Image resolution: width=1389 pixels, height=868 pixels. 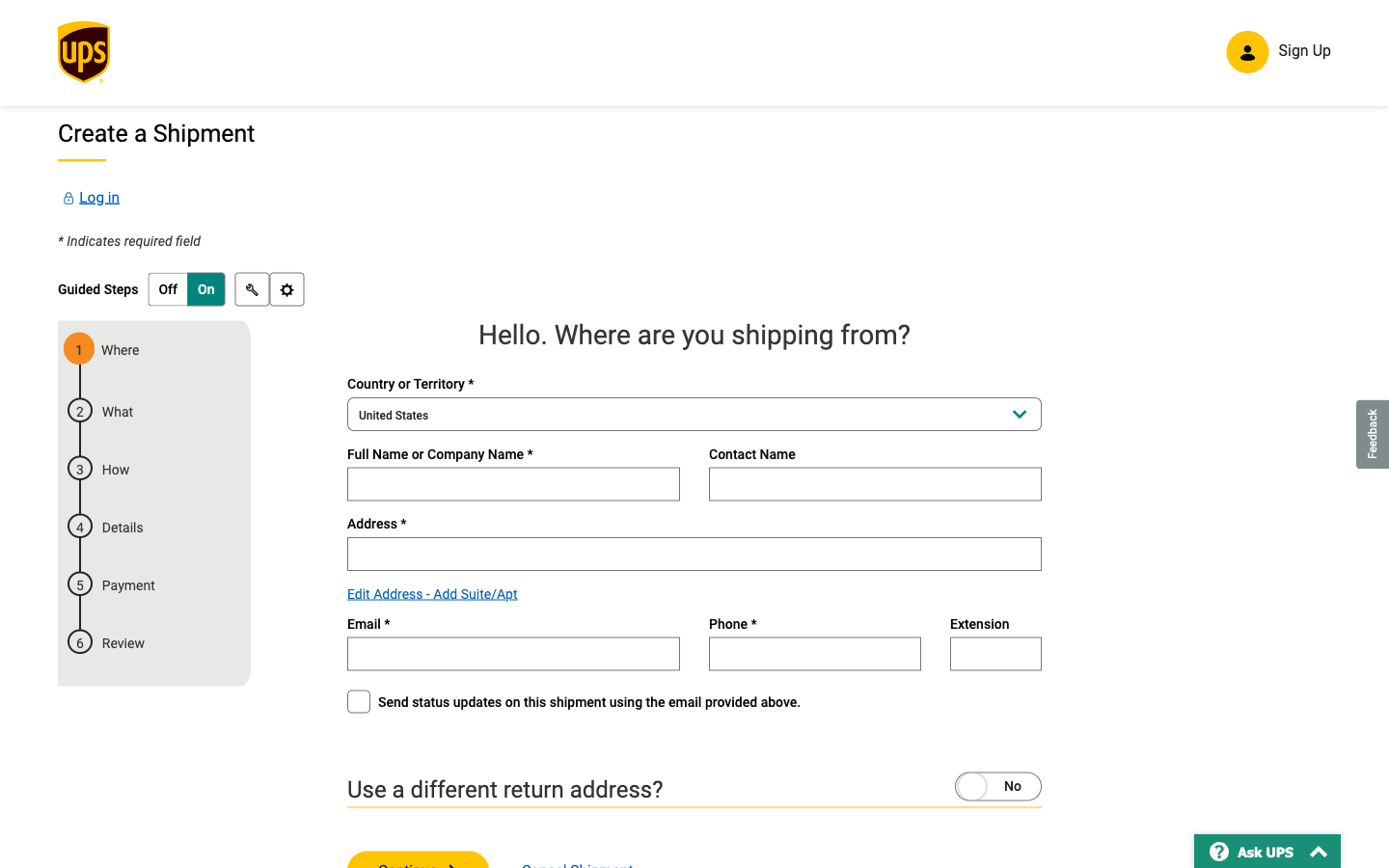 I want to click on Verify the shipment configurations settings, so click(x=285, y=290).